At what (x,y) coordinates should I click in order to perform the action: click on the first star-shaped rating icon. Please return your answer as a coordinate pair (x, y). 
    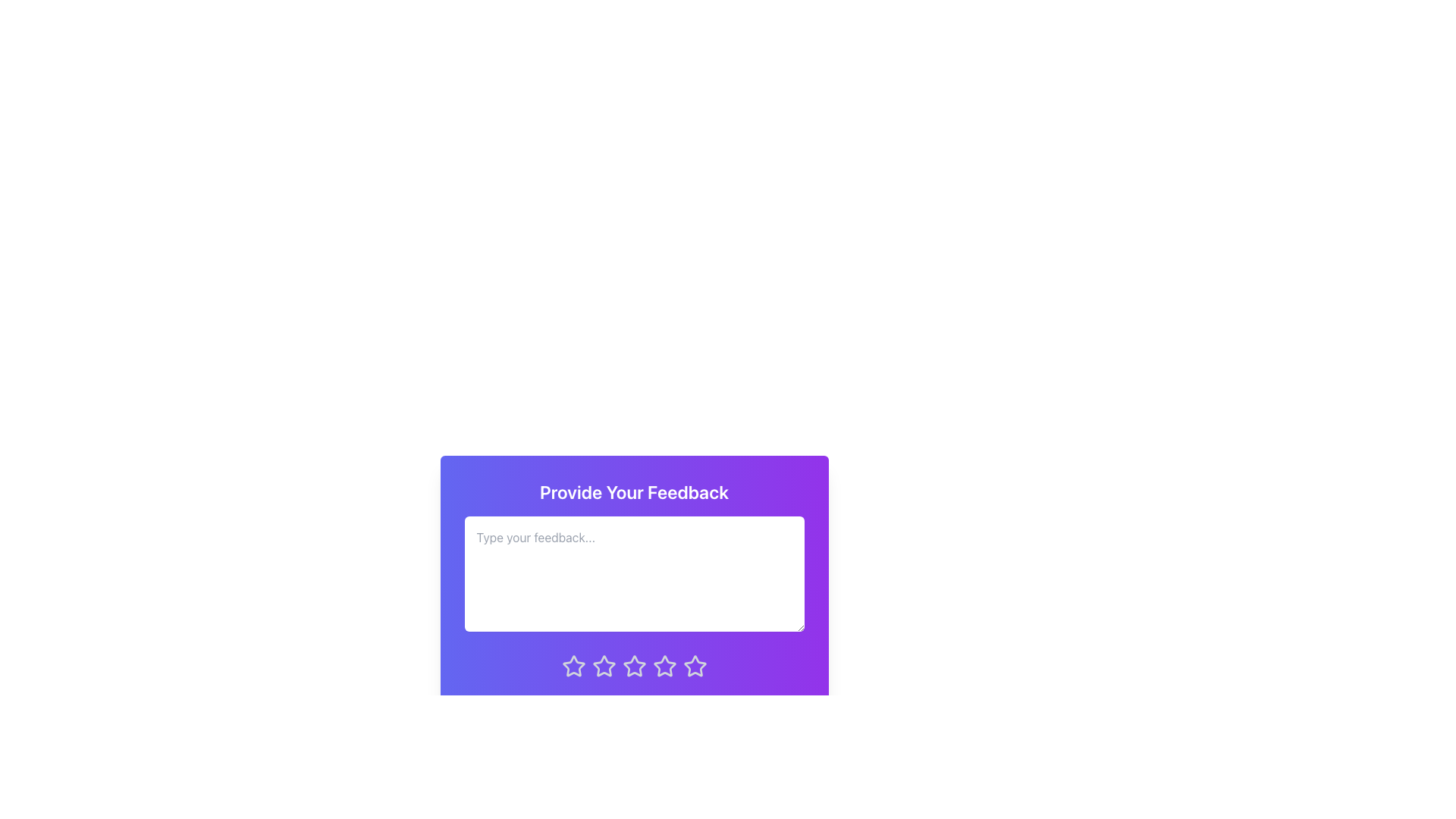
    Looking at the image, I should click on (573, 666).